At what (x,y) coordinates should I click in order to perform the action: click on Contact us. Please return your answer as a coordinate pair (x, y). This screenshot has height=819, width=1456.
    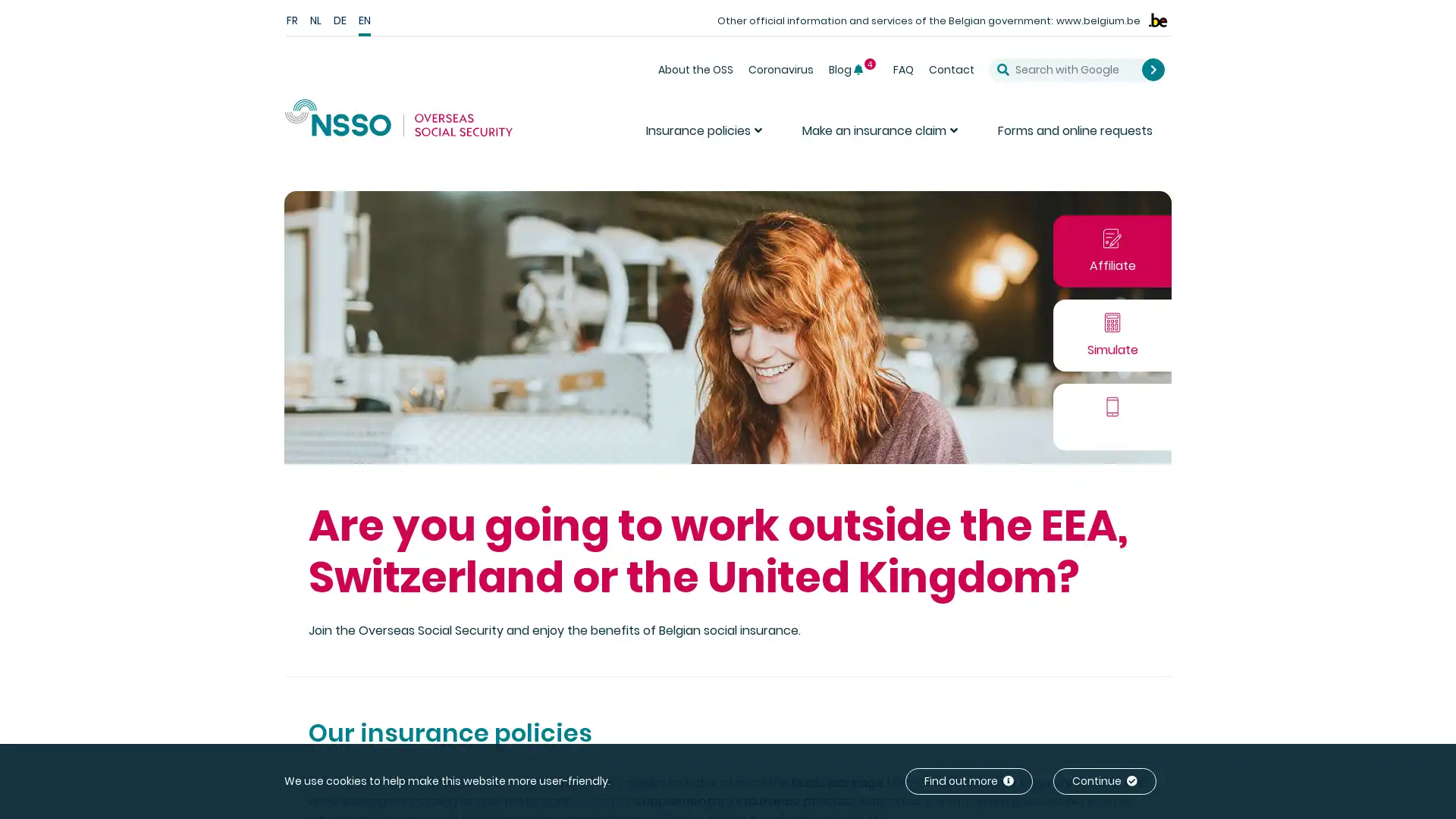
    Looking at the image, I should click on (1112, 416).